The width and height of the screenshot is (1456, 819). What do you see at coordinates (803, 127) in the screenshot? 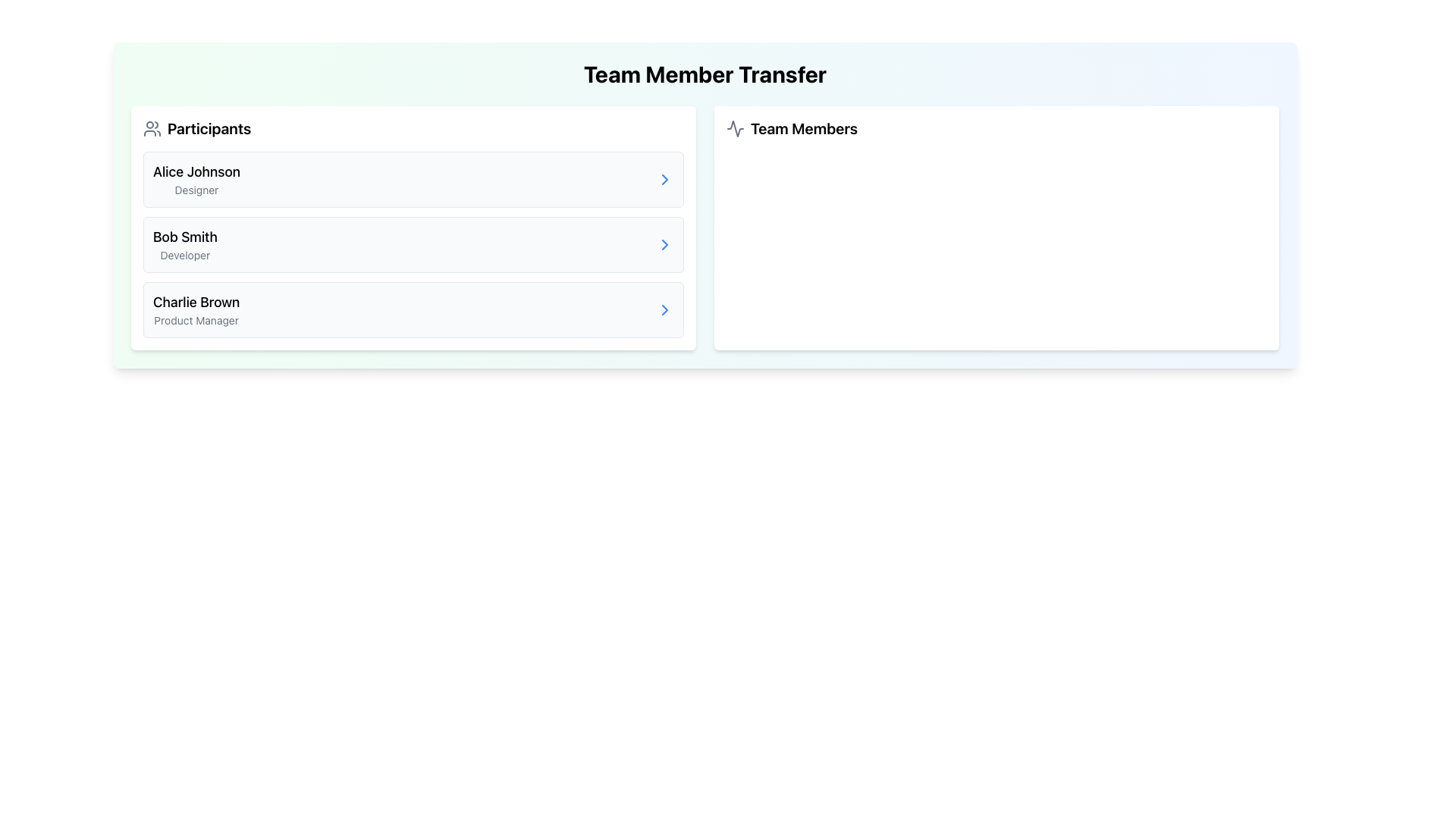
I see `the static text label that specifies the section in the top-right of the right panel header, which is purely informational and non-interactive` at bounding box center [803, 127].